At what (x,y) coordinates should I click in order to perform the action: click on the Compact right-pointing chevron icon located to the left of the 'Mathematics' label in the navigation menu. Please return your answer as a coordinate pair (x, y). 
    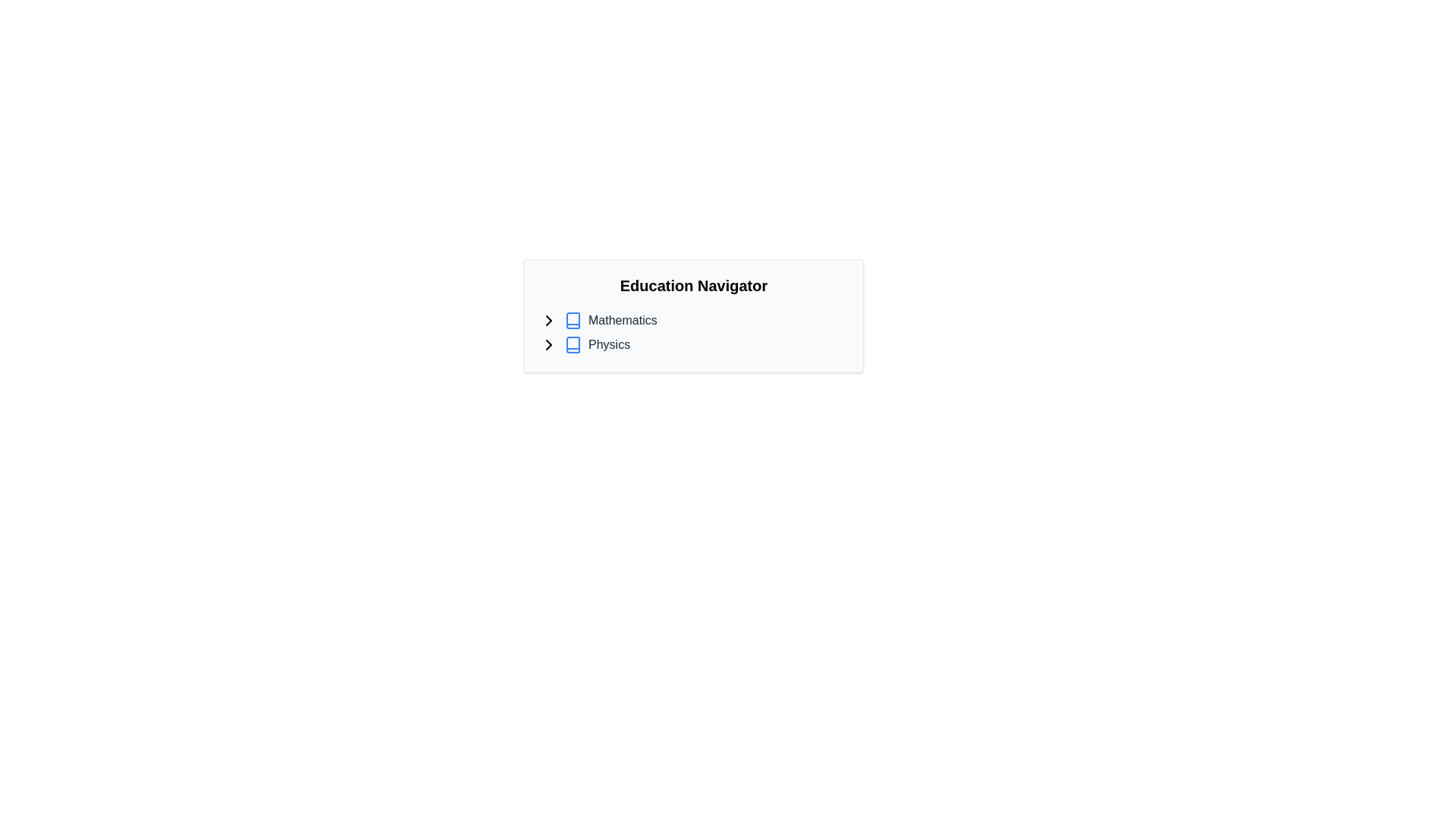
    Looking at the image, I should click on (548, 320).